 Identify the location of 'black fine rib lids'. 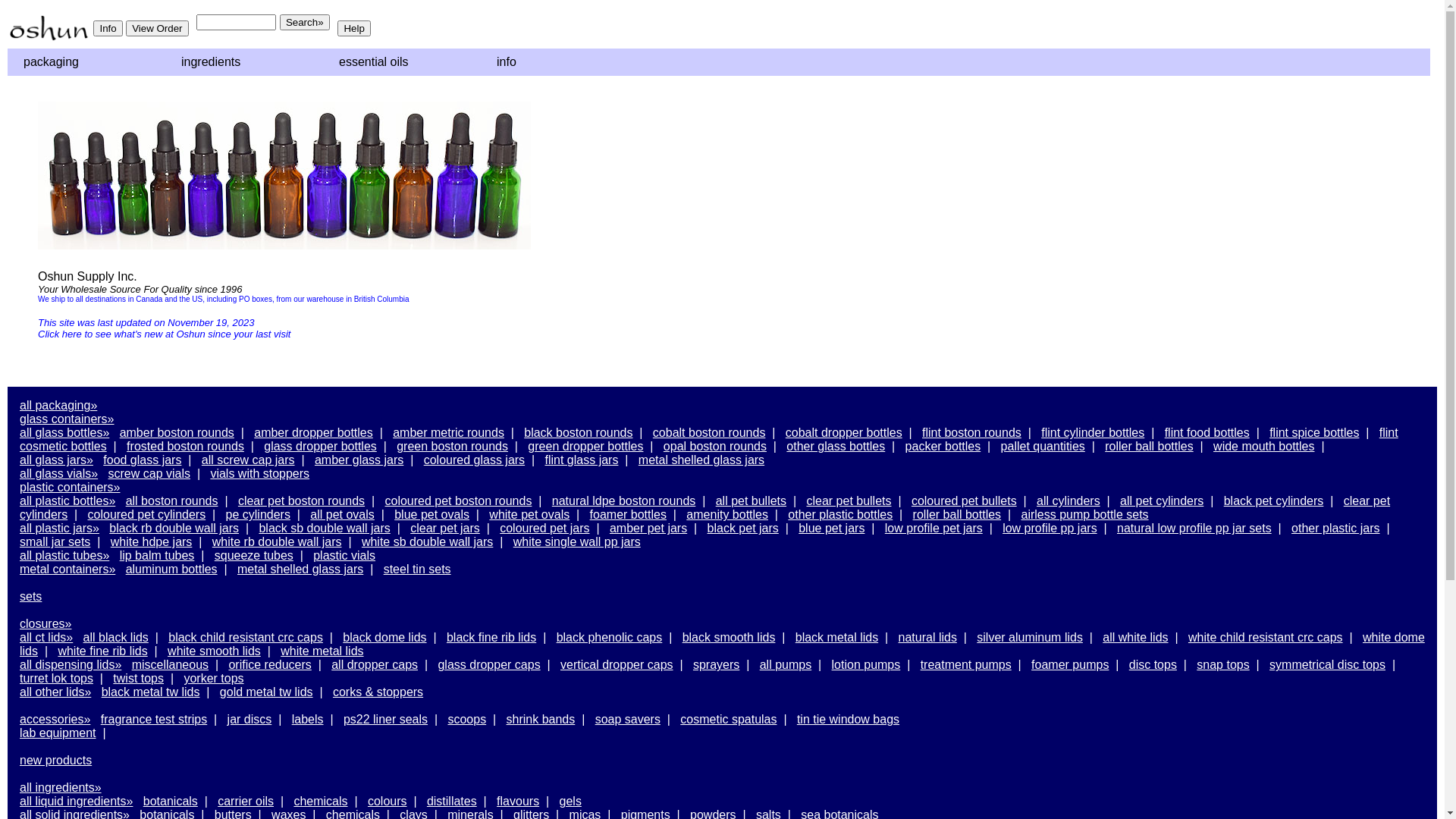
(446, 637).